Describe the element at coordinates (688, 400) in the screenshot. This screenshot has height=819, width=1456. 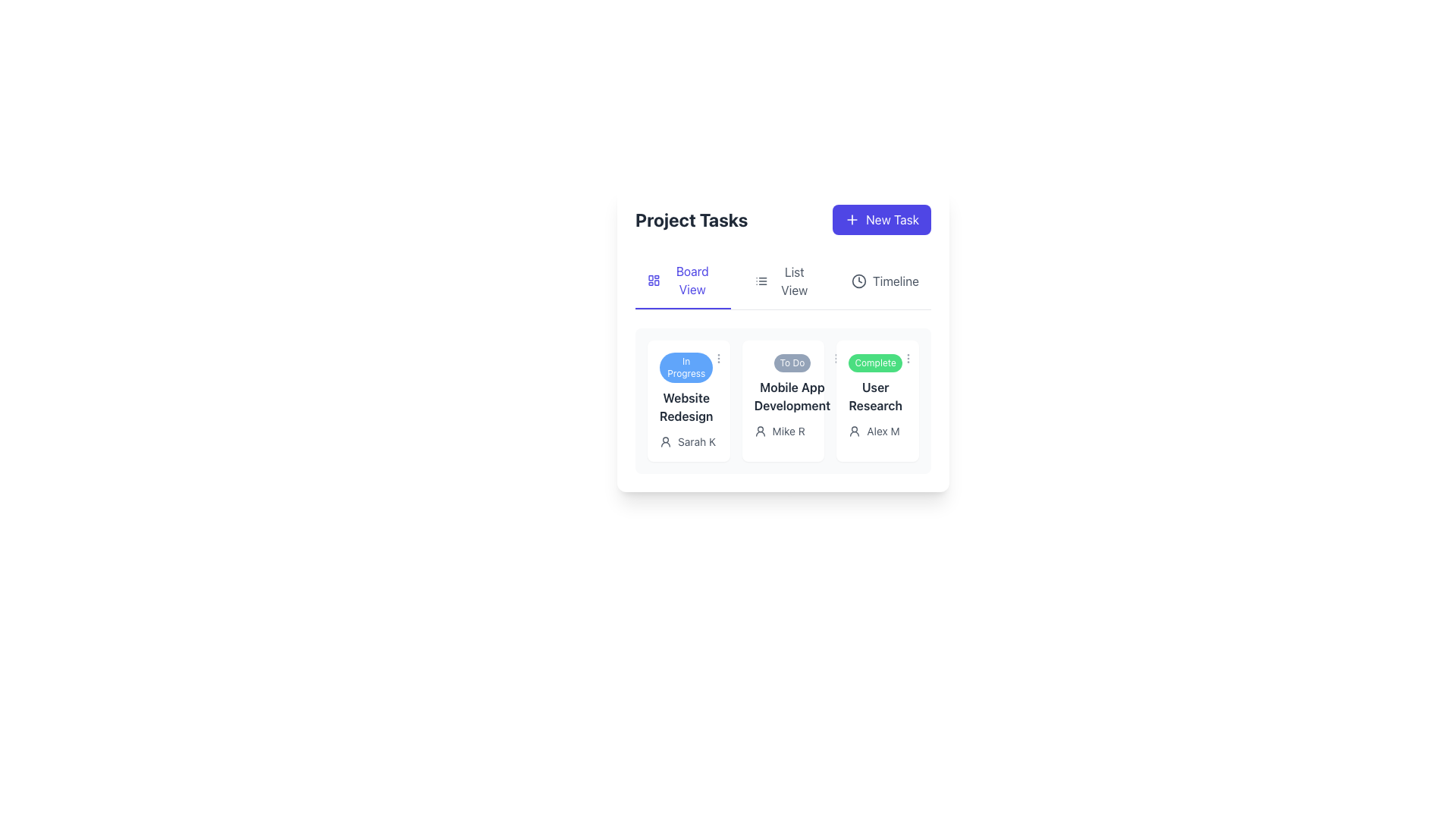
I see `the leftmost card displaying 'Website Redesign' with the 'In Progress' badge` at that location.